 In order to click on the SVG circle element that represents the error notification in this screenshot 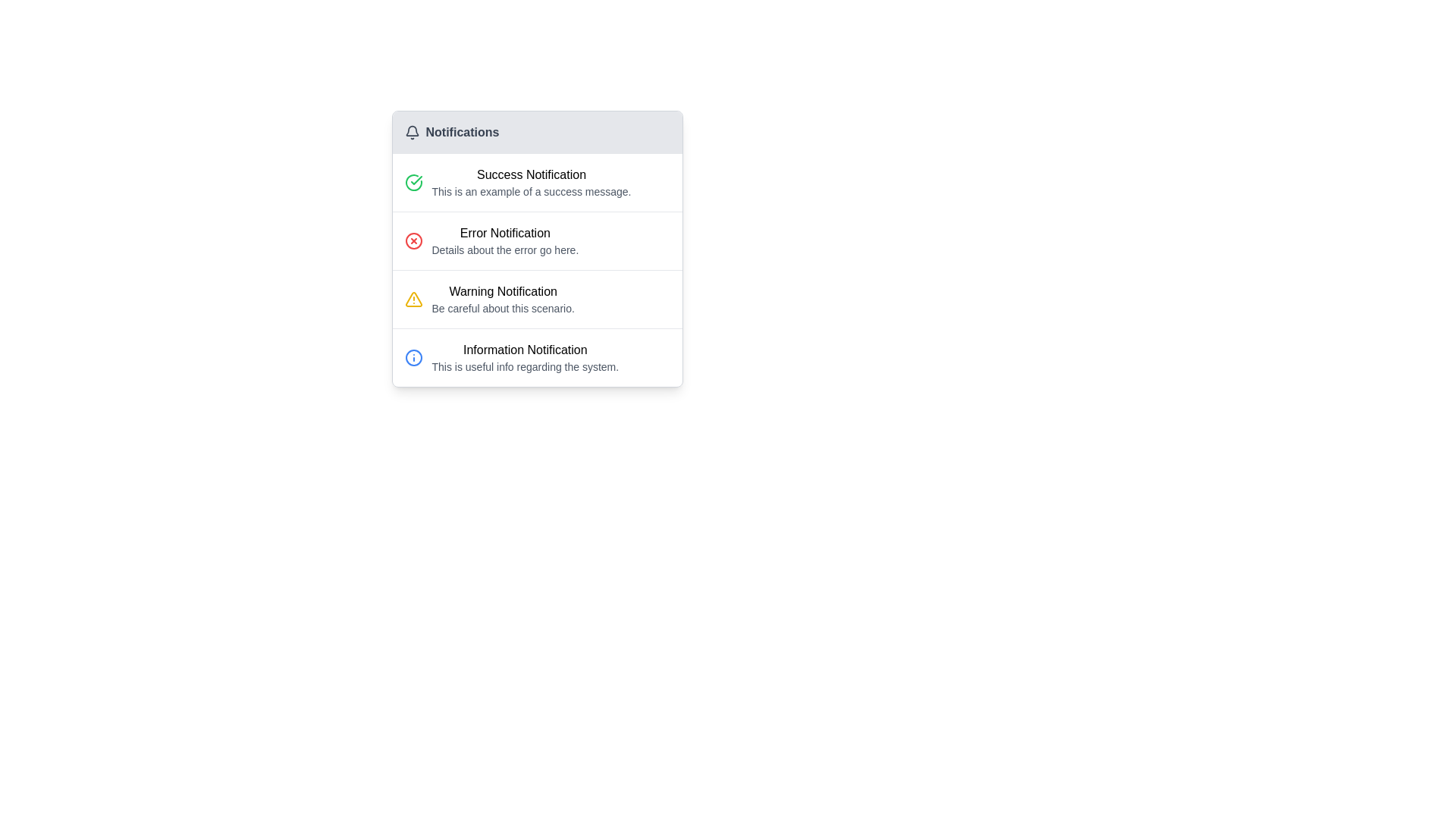, I will do `click(413, 240)`.